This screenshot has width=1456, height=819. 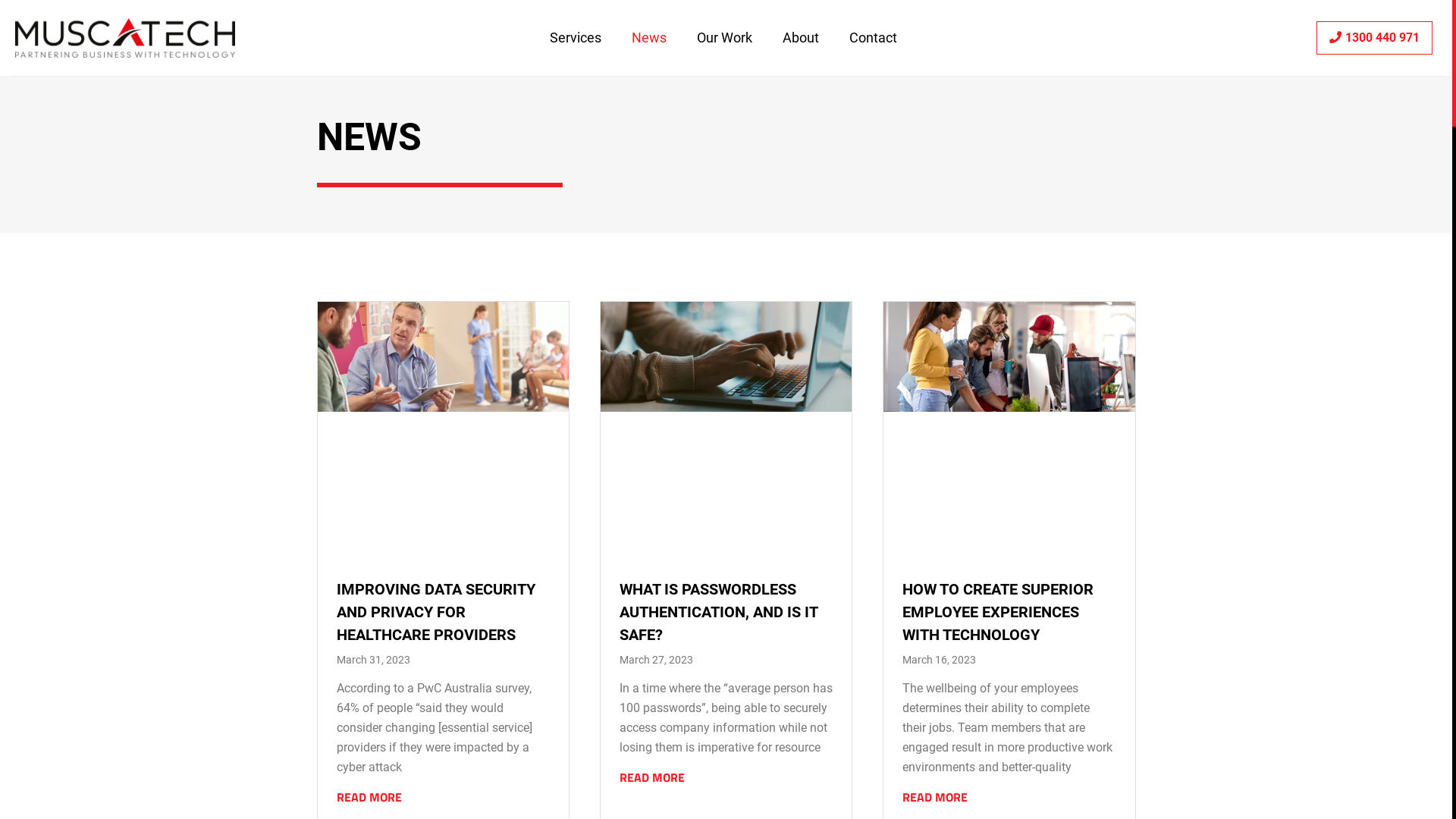 I want to click on 'HOW TO CREATE SUPERIOR EMPLOYEE EXPERIENCES WITH TECHNOLOGY', so click(x=997, y=610).